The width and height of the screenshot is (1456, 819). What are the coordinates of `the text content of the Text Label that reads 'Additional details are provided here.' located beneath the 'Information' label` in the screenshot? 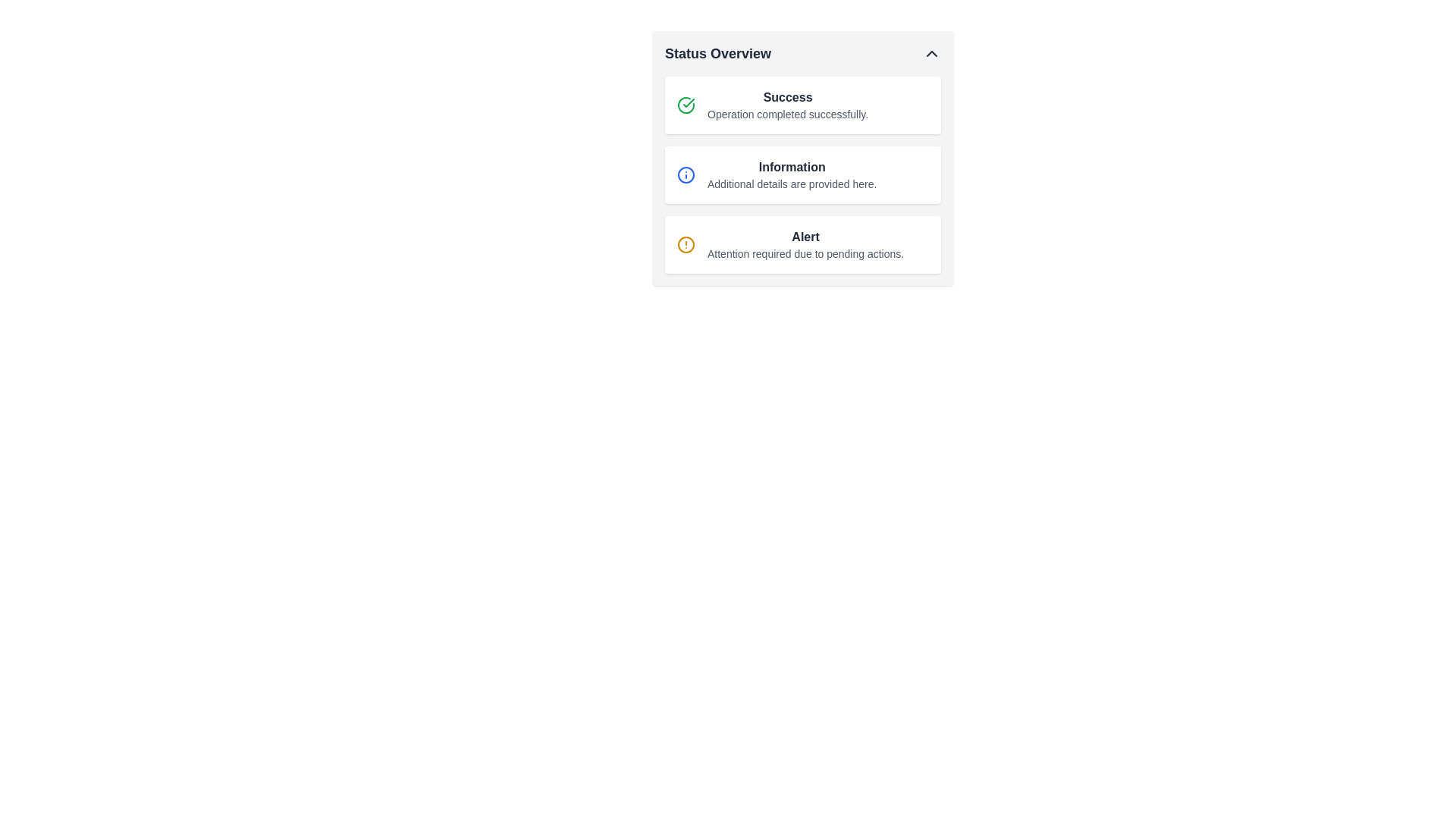 It's located at (791, 184).